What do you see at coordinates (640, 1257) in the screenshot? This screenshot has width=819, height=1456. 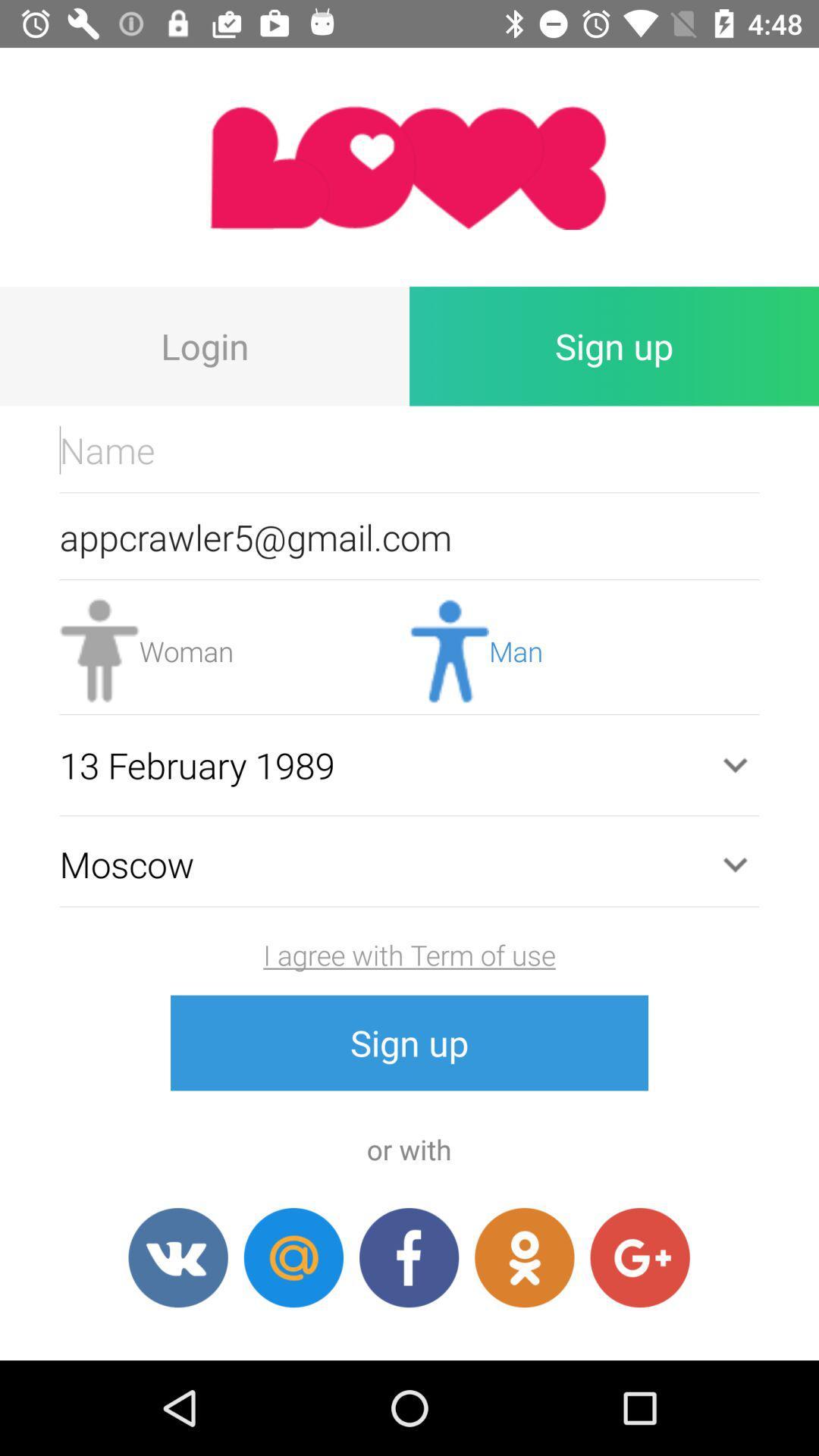 I see `sign in with google plus` at bounding box center [640, 1257].